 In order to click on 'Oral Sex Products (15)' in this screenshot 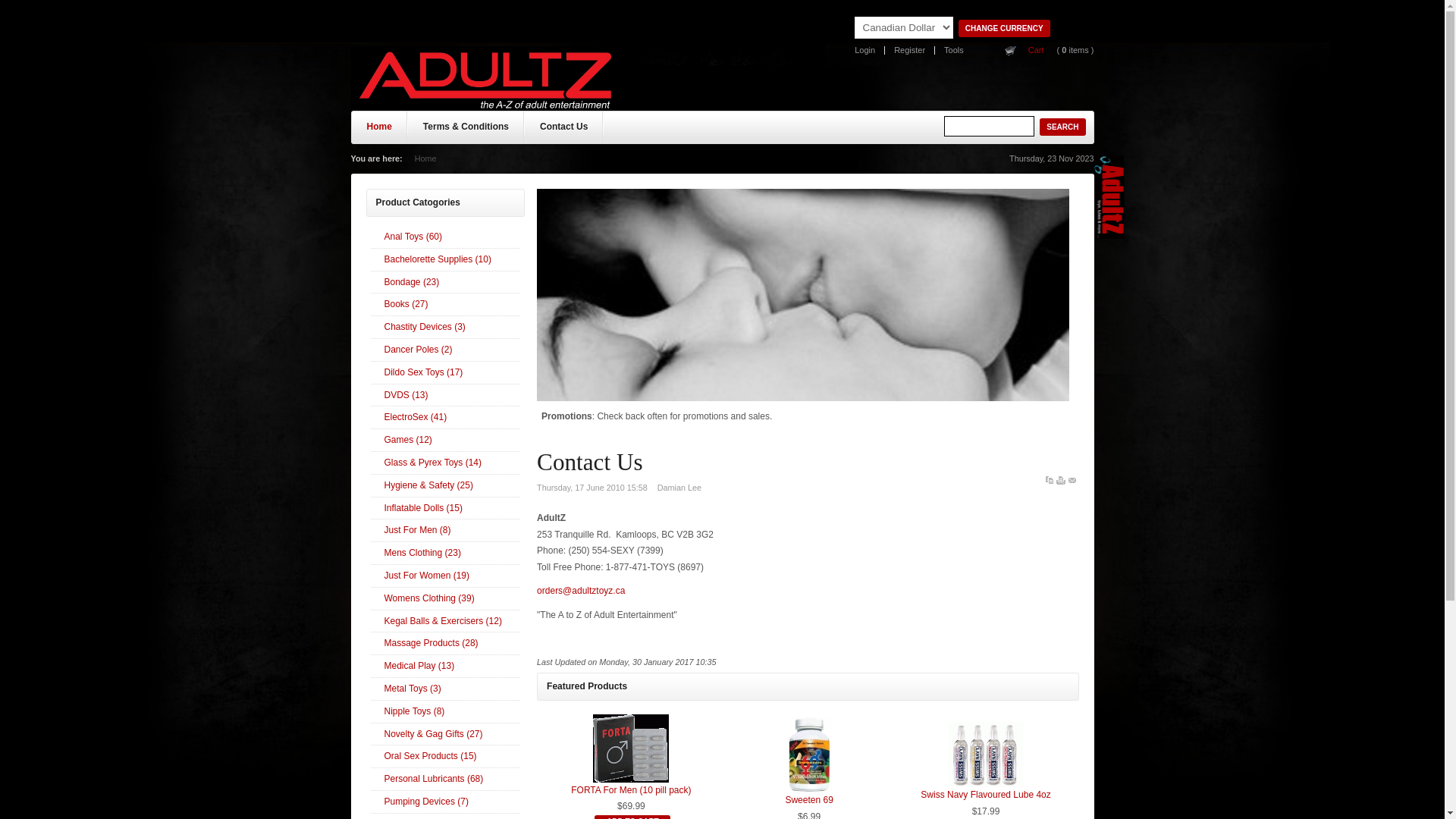, I will do `click(444, 757)`.